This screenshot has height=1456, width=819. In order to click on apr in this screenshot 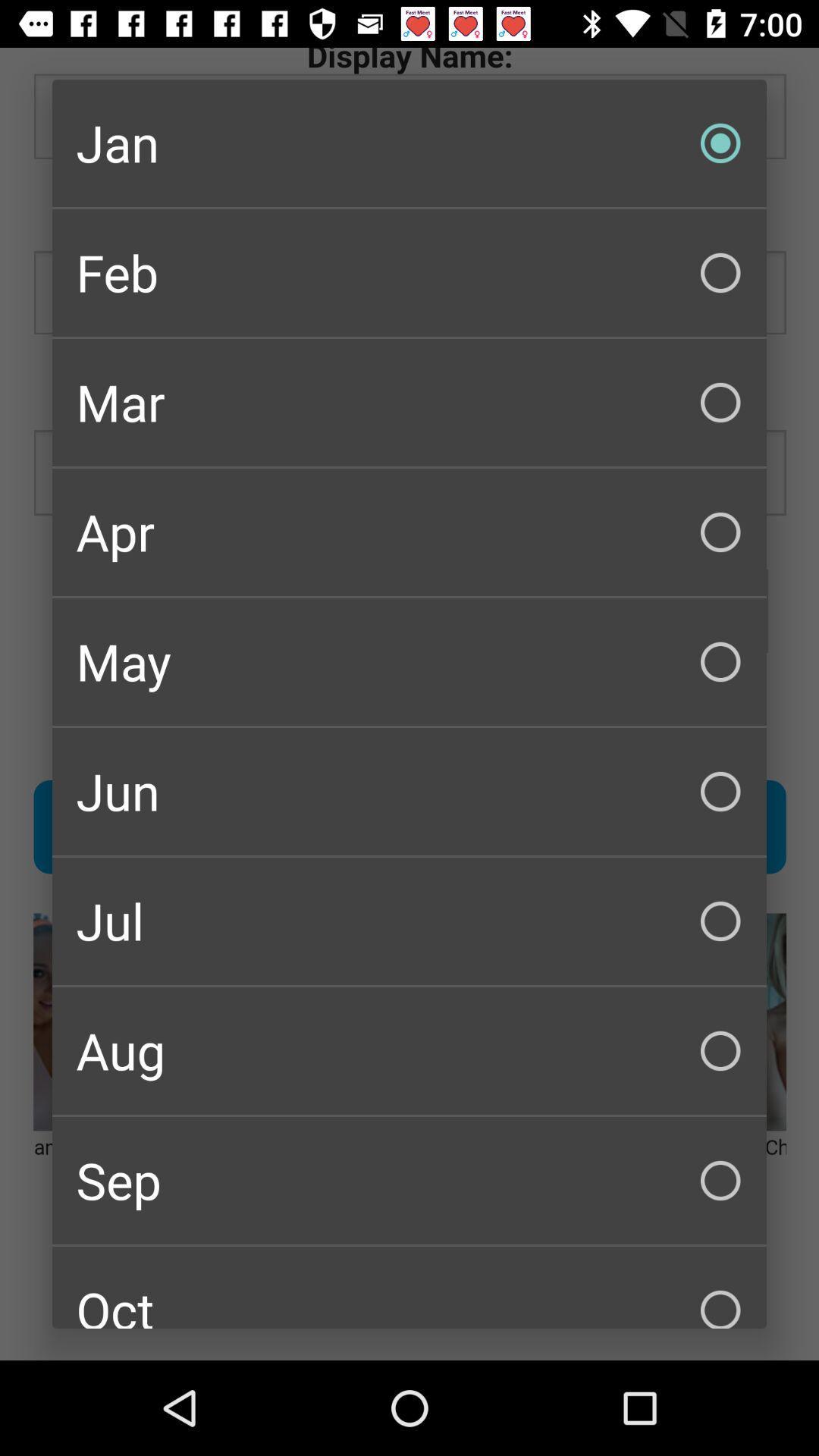, I will do `click(409, 532)`.